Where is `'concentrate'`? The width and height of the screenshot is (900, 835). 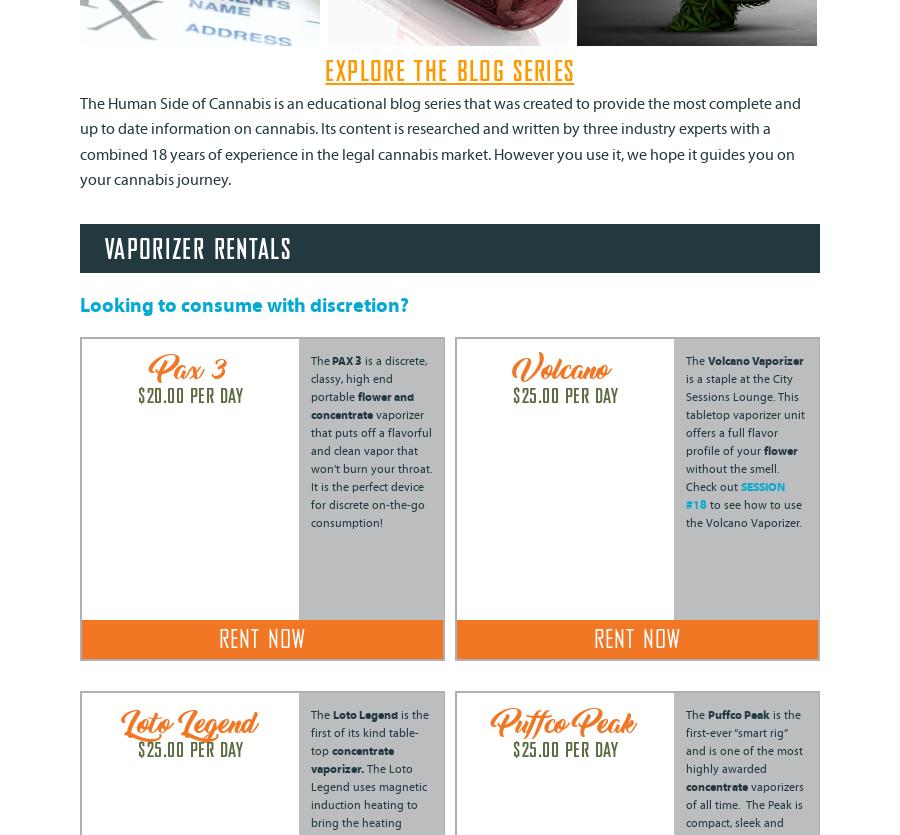 'concentrate' is located at coordinates (716, 785).